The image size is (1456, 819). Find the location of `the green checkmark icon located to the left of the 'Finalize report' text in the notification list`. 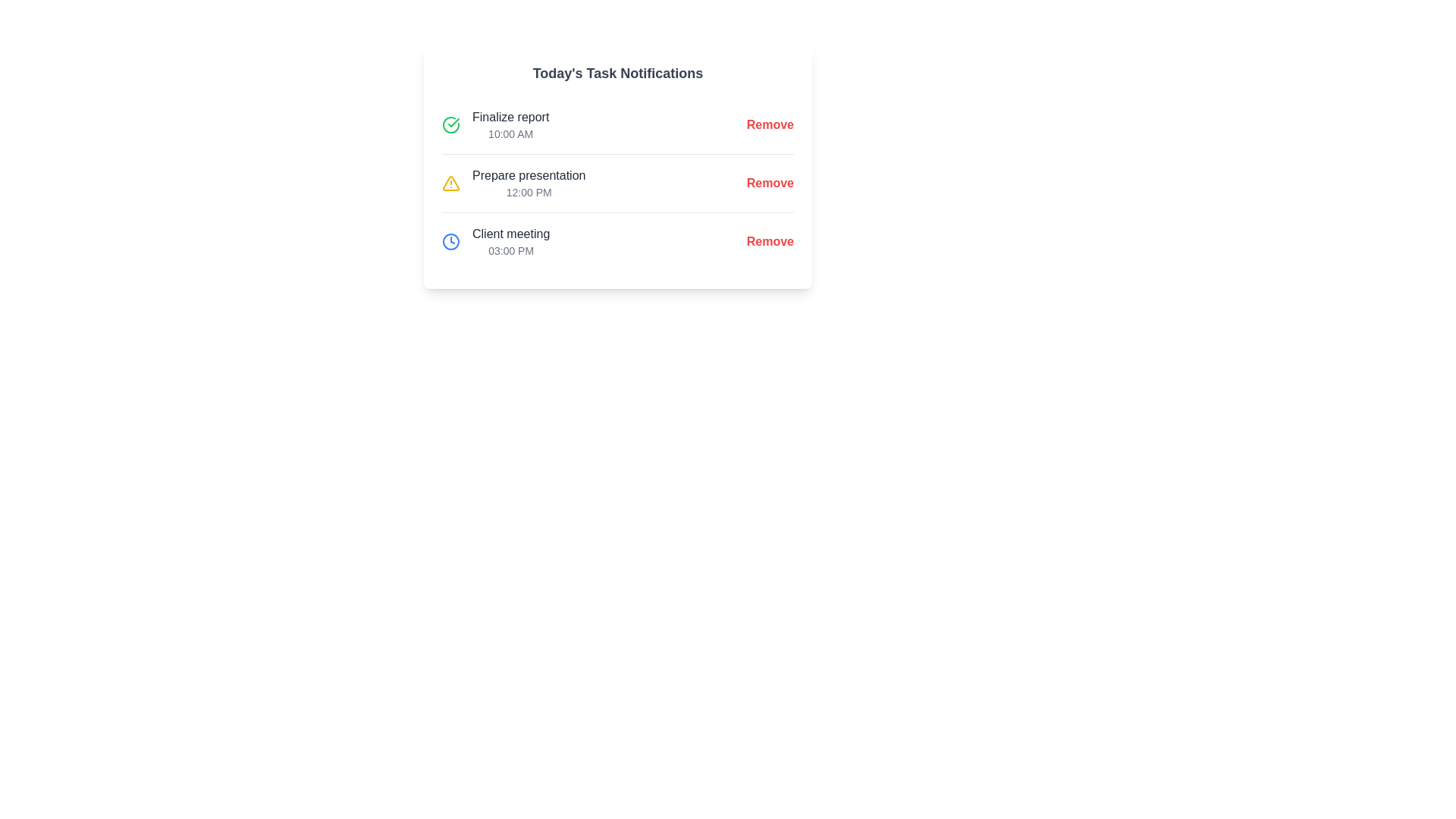

the green checkmark icon located to the left of the 'Finalize report' text in the notification list is located at coordinates (450, 124).